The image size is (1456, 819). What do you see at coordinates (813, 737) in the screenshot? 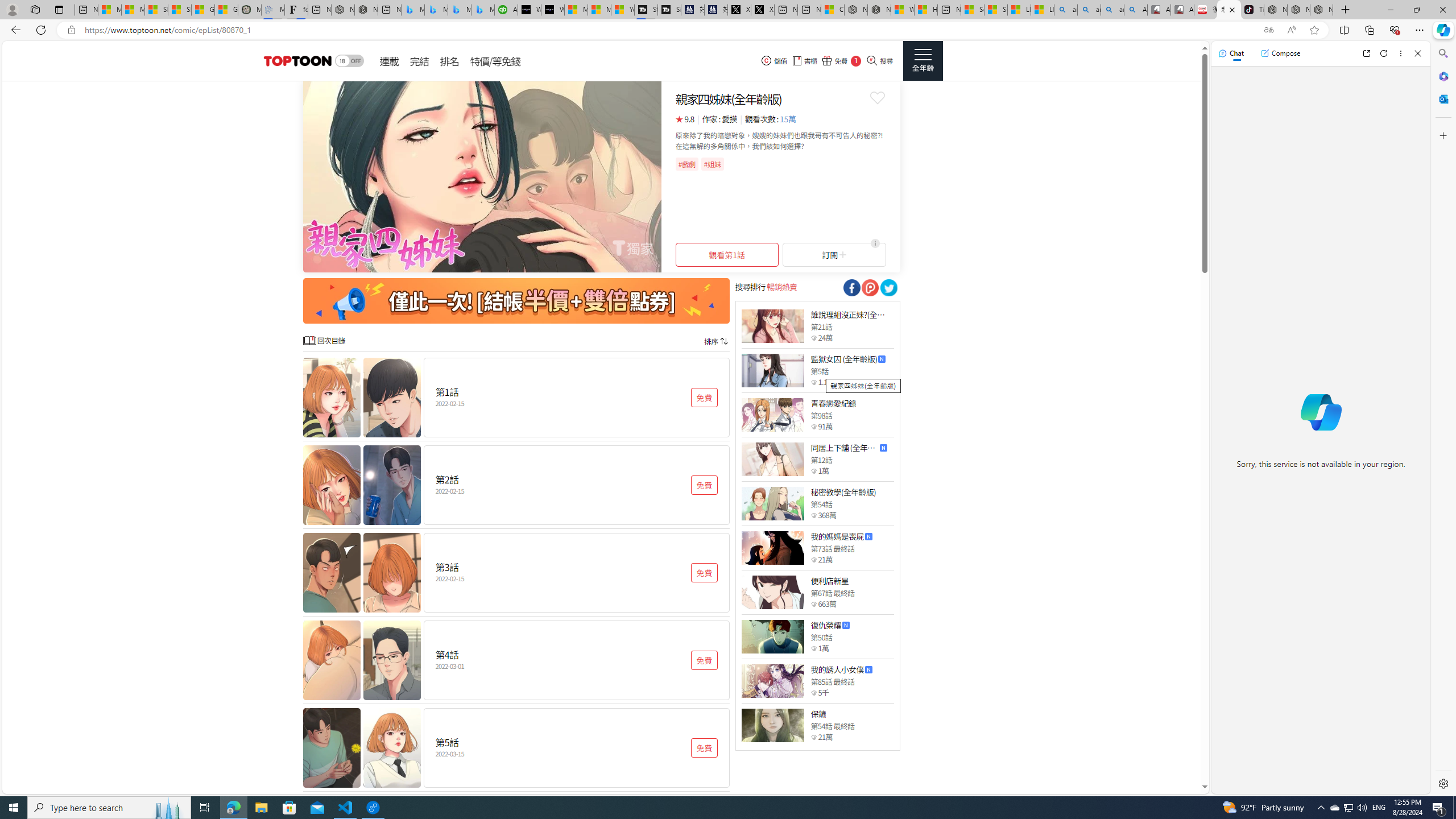
I see `'Class: epicon_starpoint'` at bounding box center [813, 737].